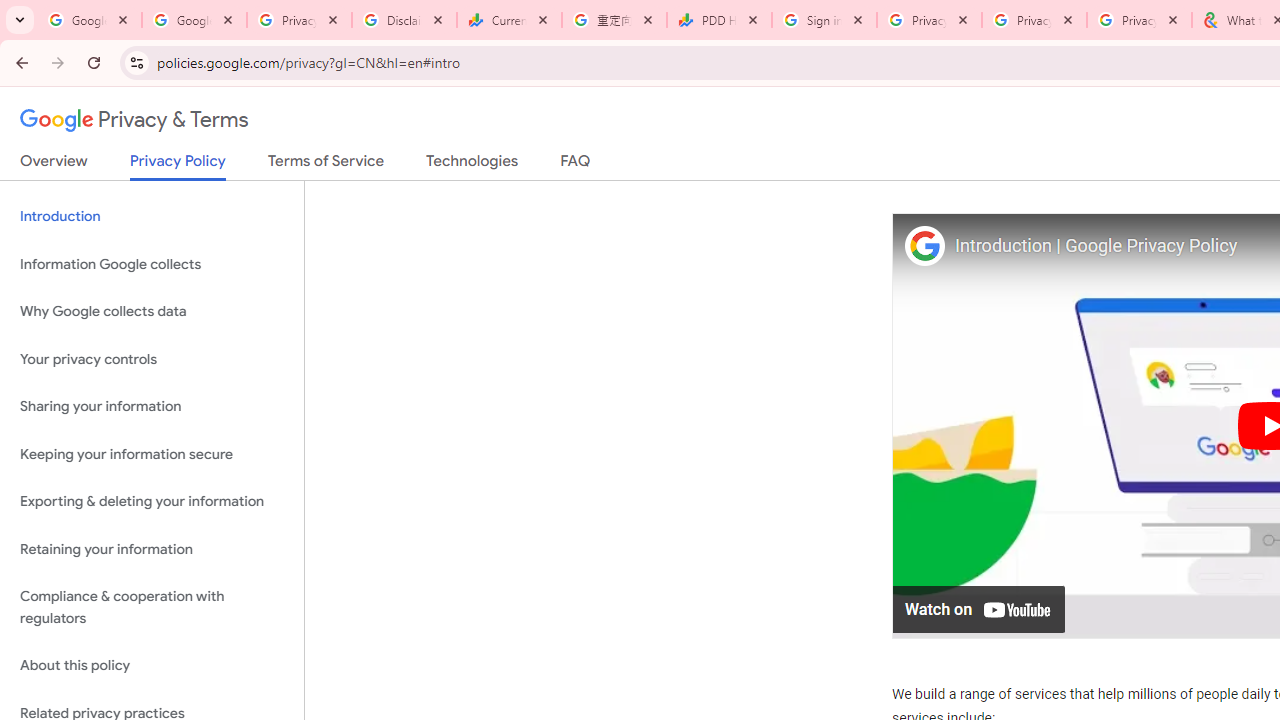 Image resolution: width=1280 pixels, height=720 pixels. What do you see at coordinates (509, 20) in the screenshot?
I see `'Currencies - Google Finance'` at bounding box center [509, 20].